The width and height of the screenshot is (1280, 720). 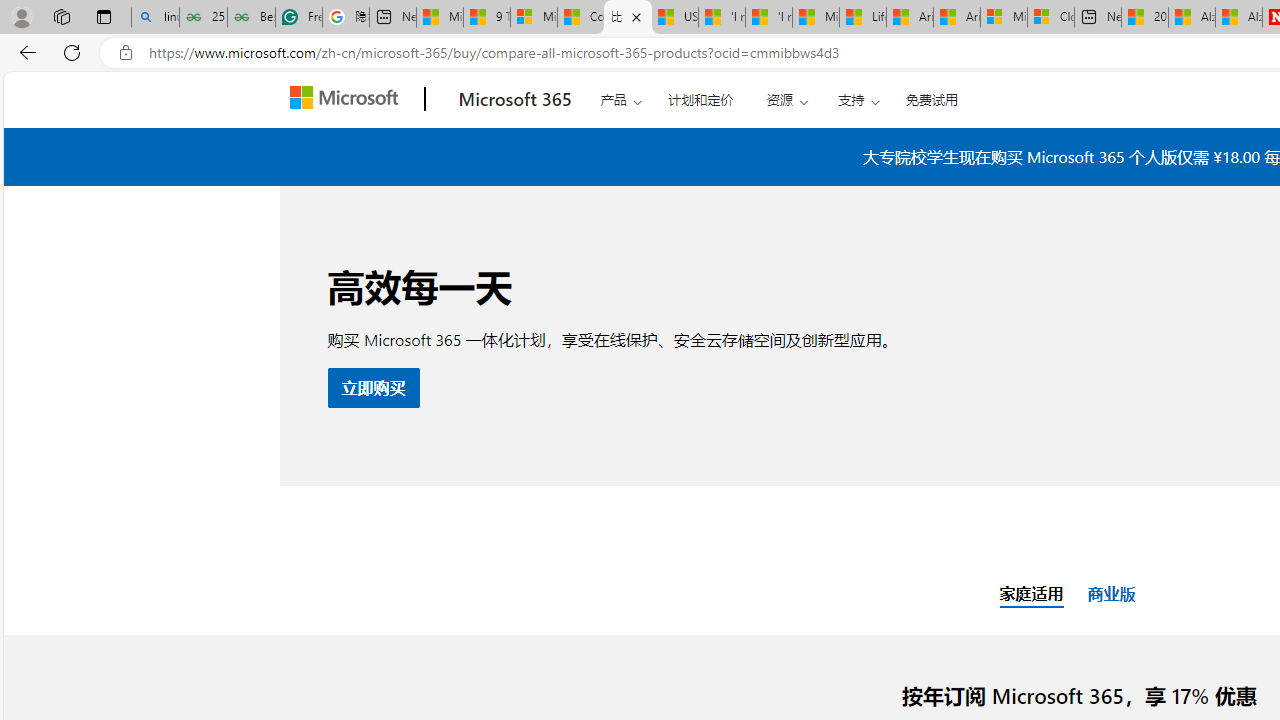 I want to click on 'USA TODAY - MSN', so click(x=674, y=17).